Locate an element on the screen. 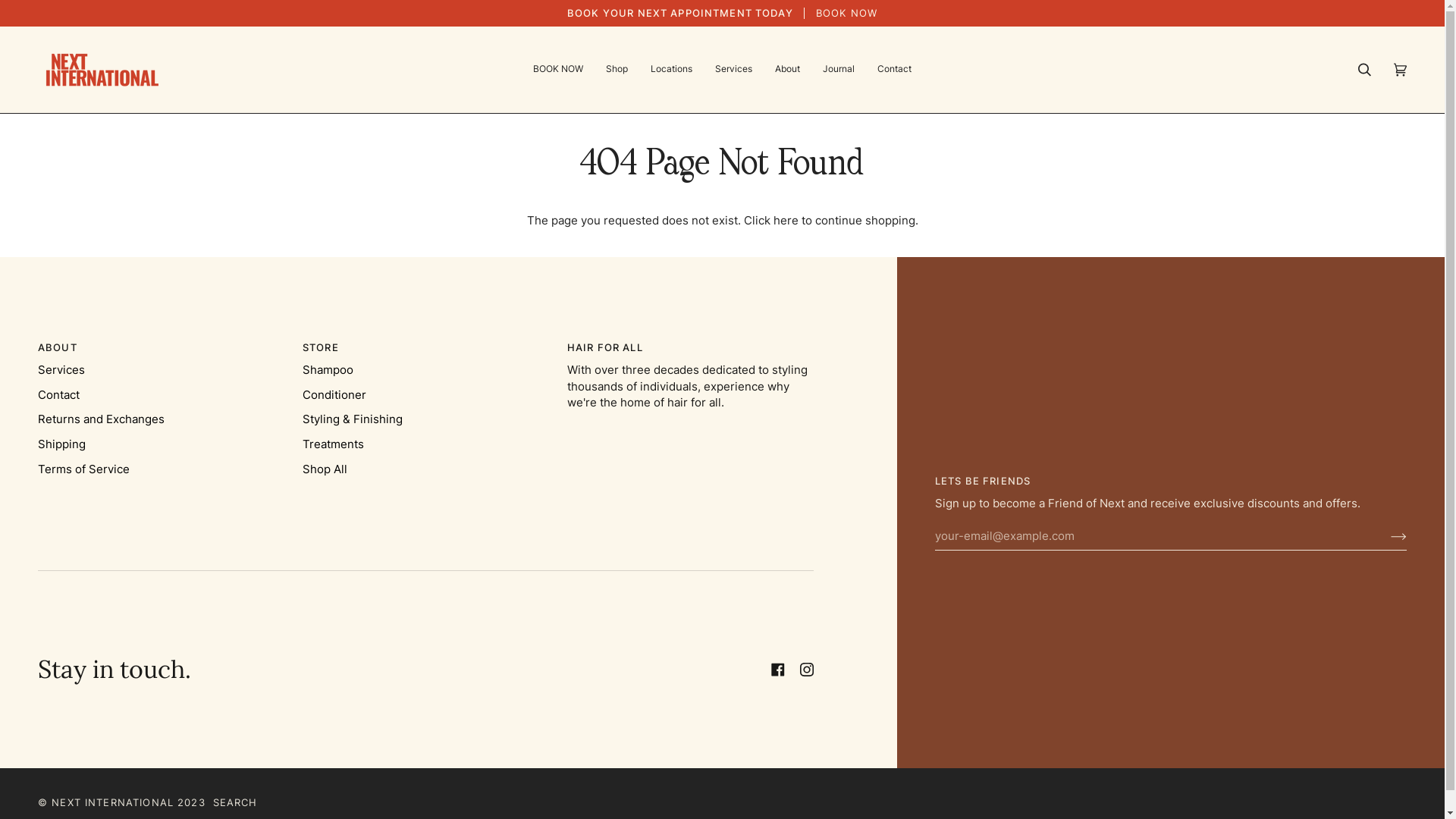 The width and height of the screenshot is (1456, 819). 'BOOK NOW' is located at coordinates (557, 70).